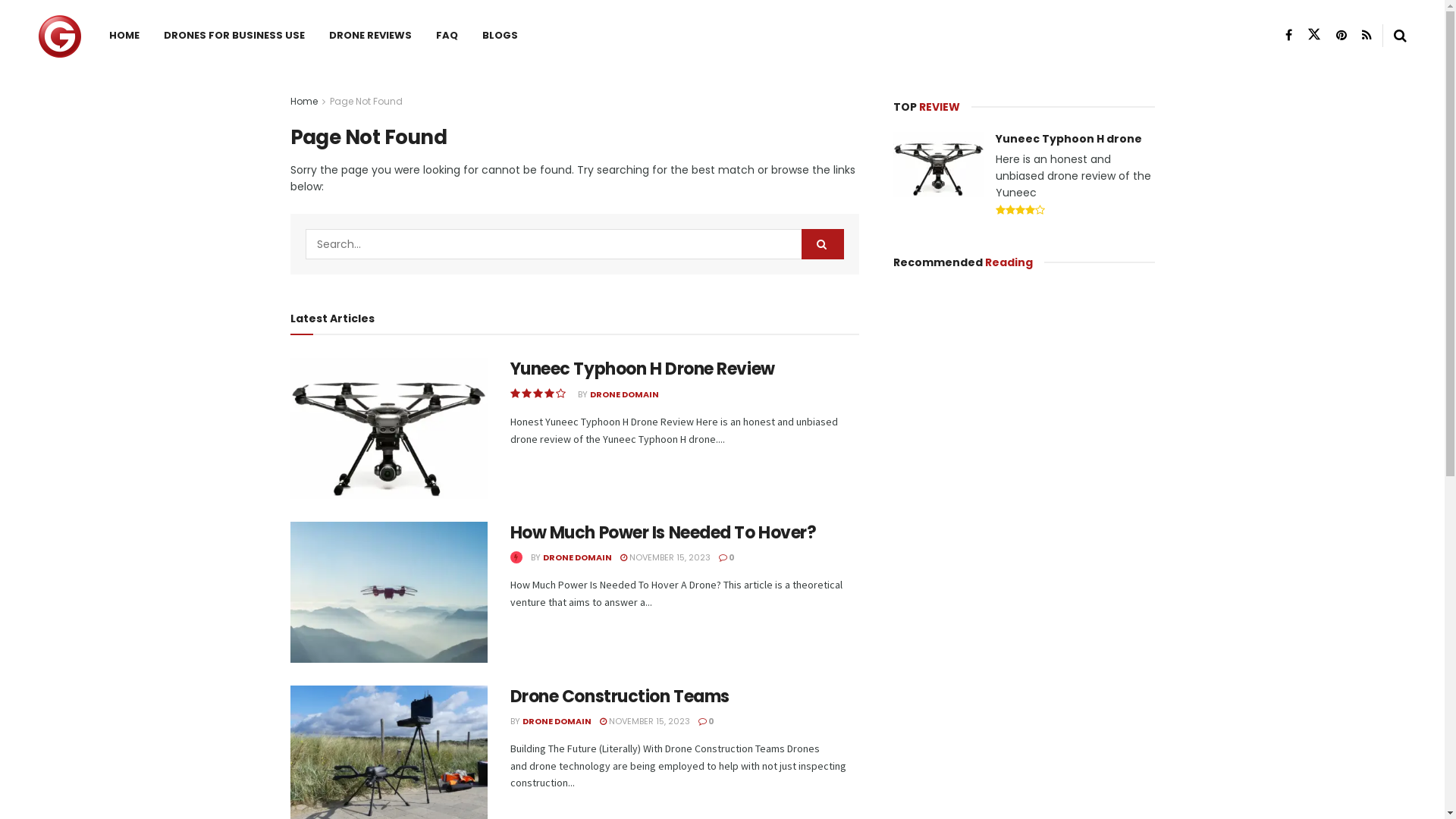 This screenshot has width=1456, height=819. I want to click on 'DRONE DOMAIN', so click(576, 557).